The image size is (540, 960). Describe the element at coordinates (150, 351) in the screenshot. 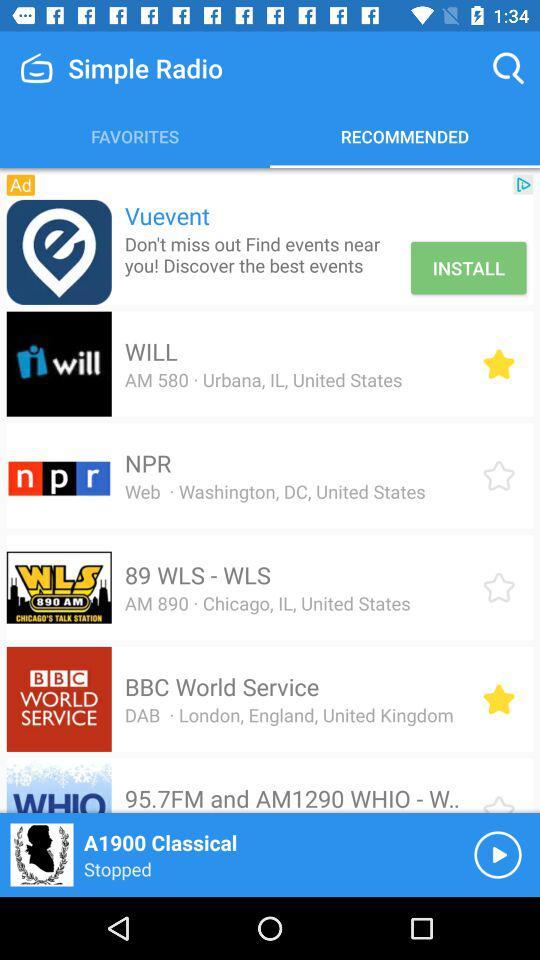

I see `the will icon` at that location.